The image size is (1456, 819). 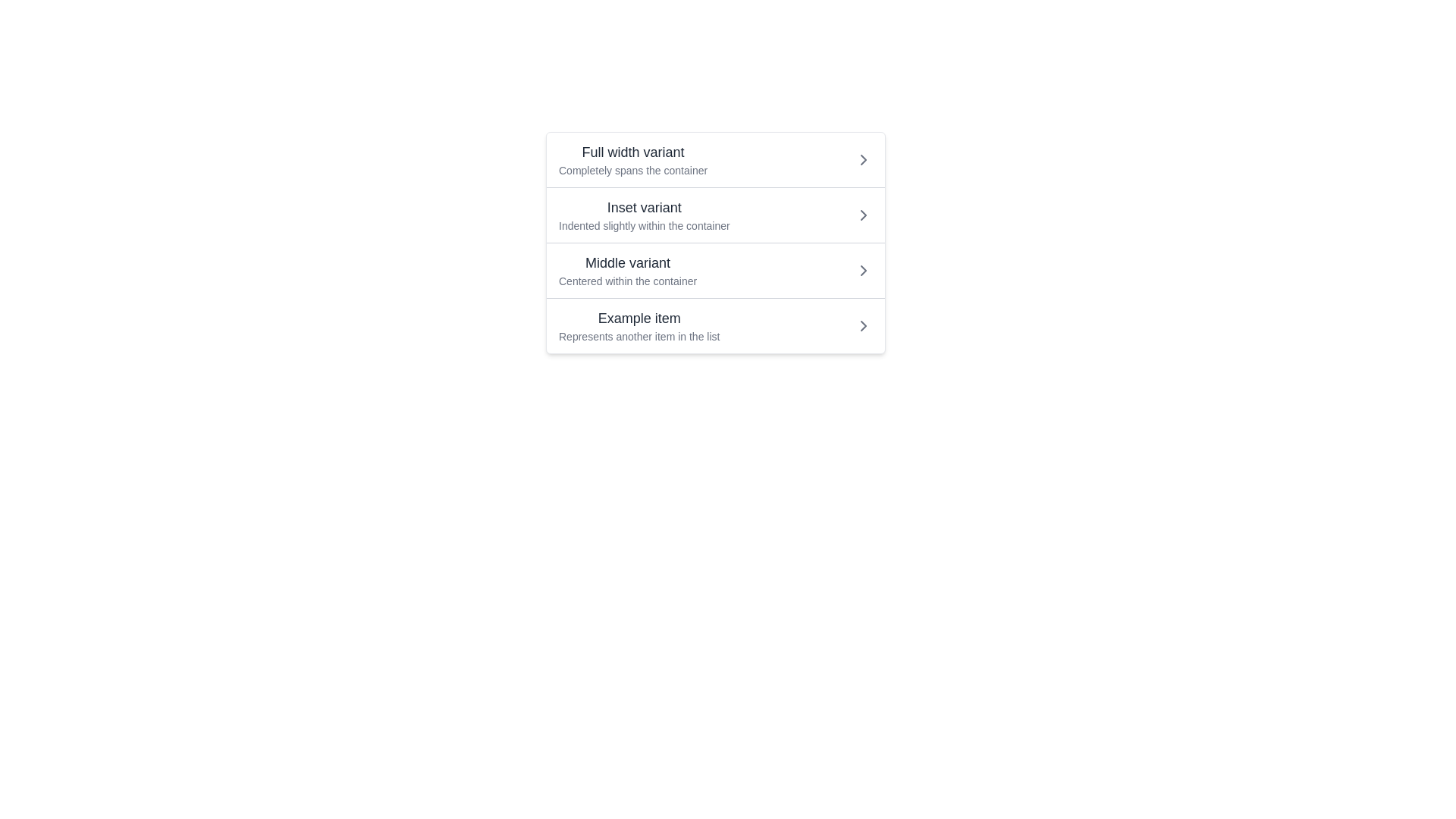 What do you see at coordinates (715, 242) in the screenshot?
I see `the second selectable list item that provides information about the 'Inset variant' within a vertical list of four elements` at bounding box center [715, 242].